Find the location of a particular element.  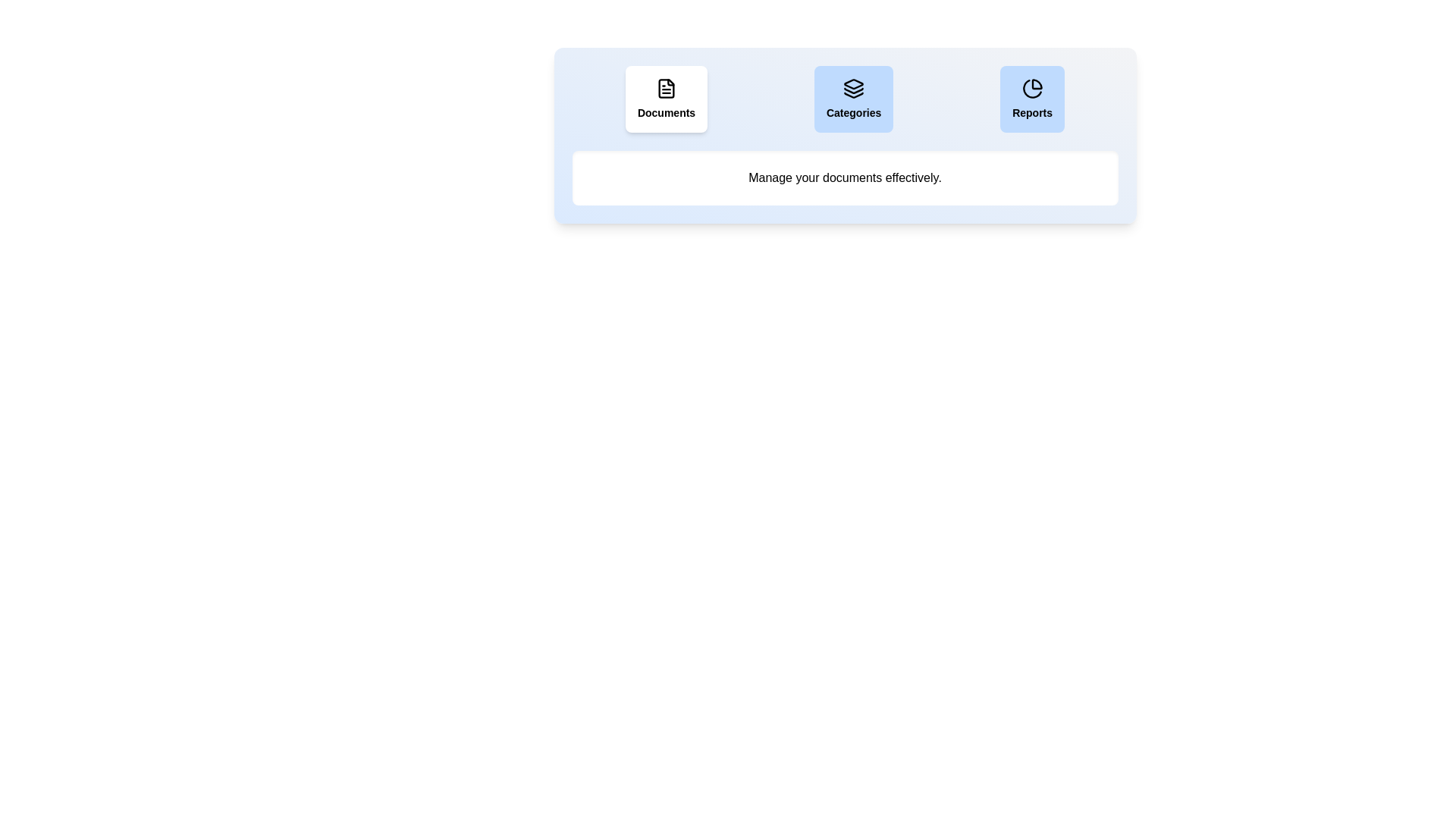

the Reports tab by clicking its button is located at coordinates (1031, 99).